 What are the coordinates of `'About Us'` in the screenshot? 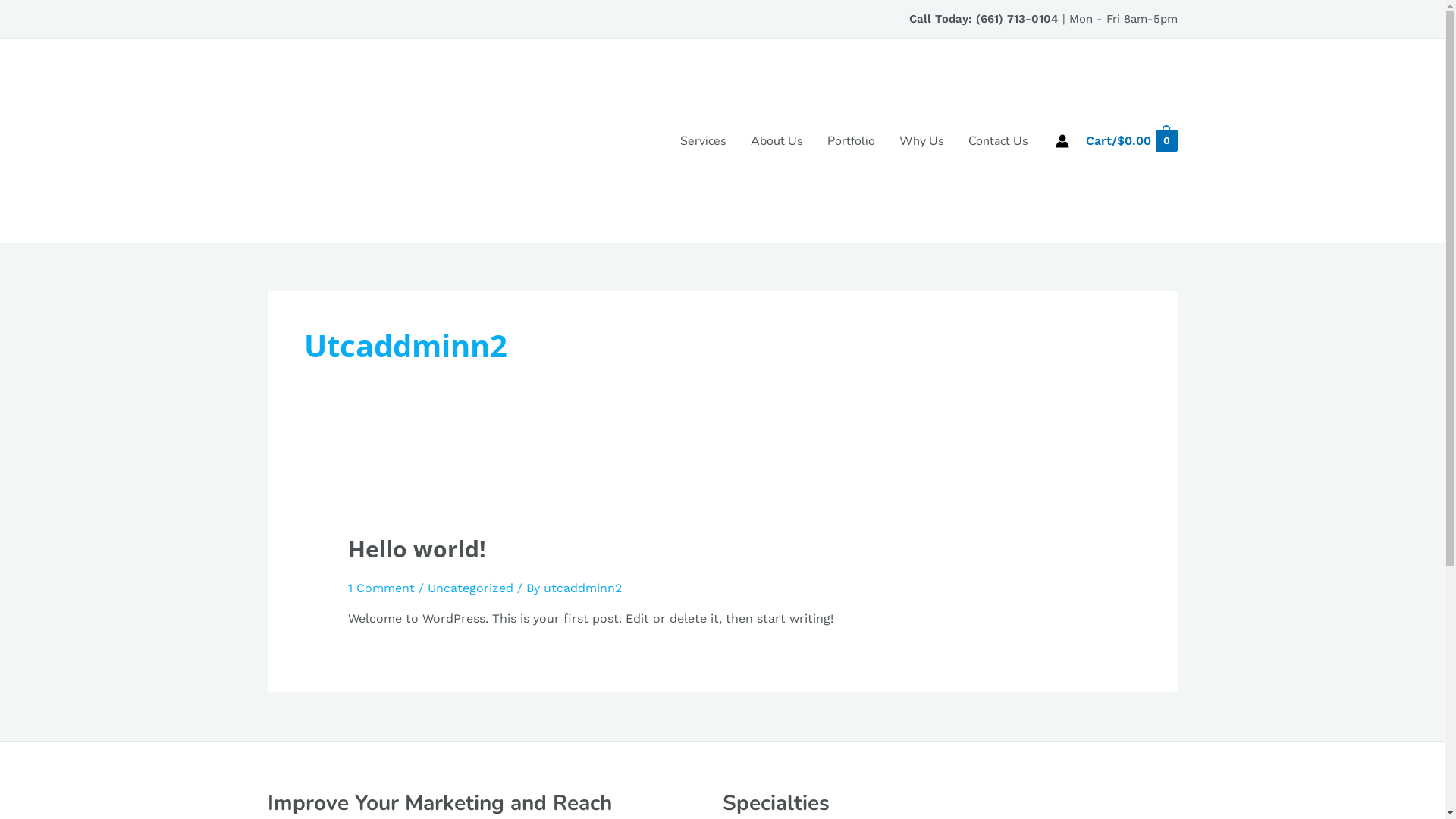 It's located at (777, 140).